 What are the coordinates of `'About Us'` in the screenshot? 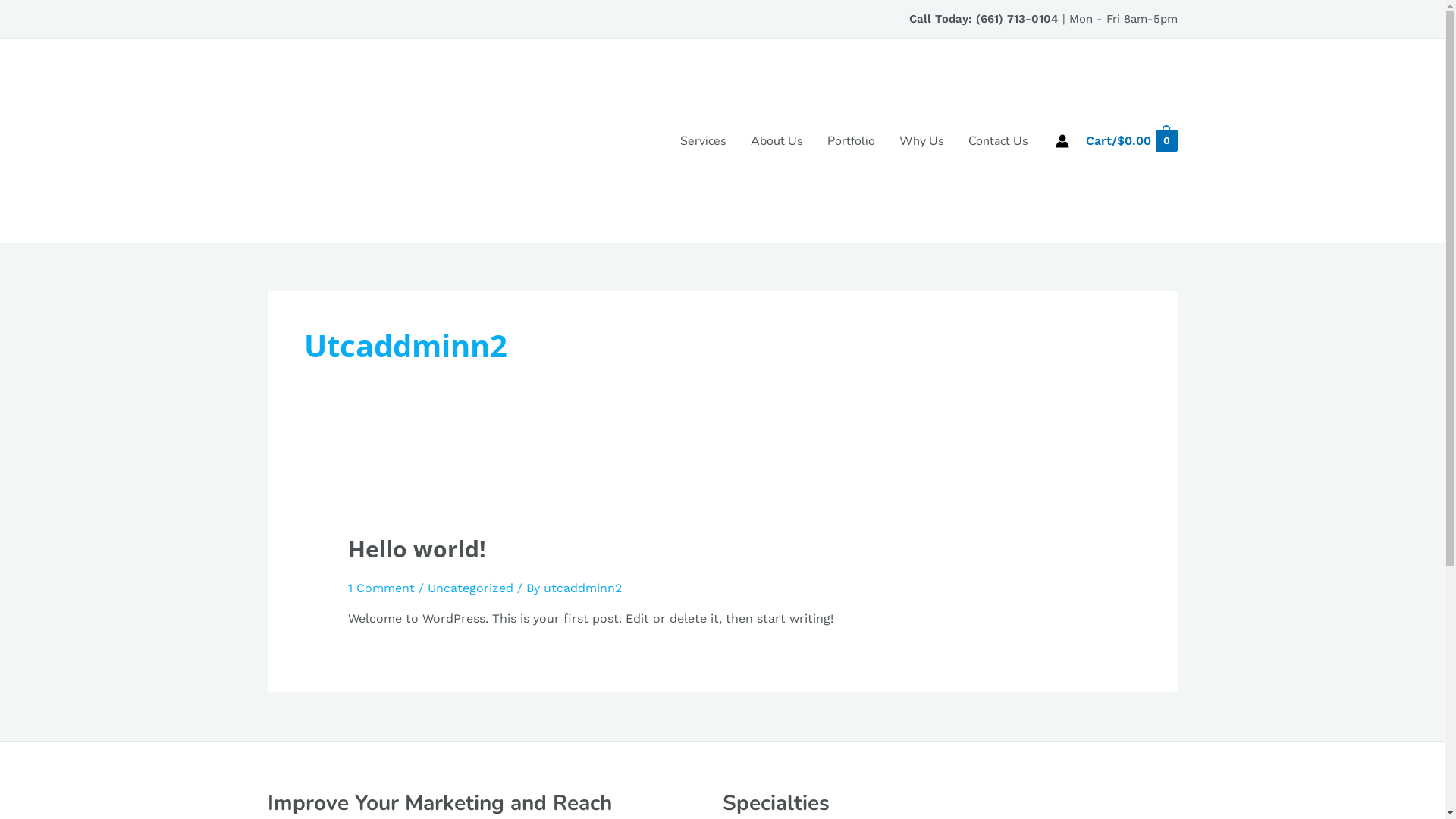 It's located at (777, 140).